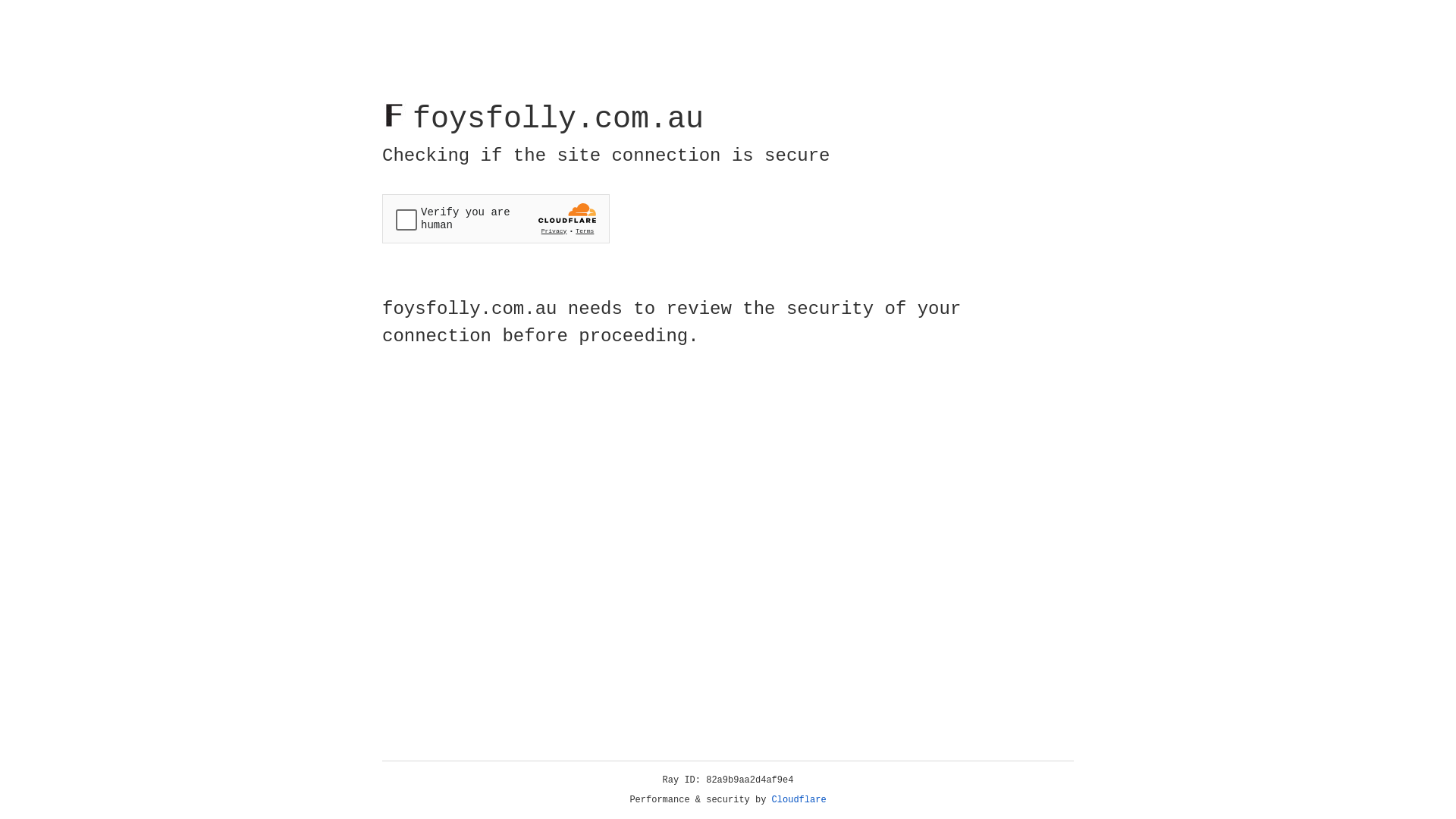 Image resolution: width=1456 pixels, height=819 pixels. I want to click on 'Cloudflare', so click(799, 799).